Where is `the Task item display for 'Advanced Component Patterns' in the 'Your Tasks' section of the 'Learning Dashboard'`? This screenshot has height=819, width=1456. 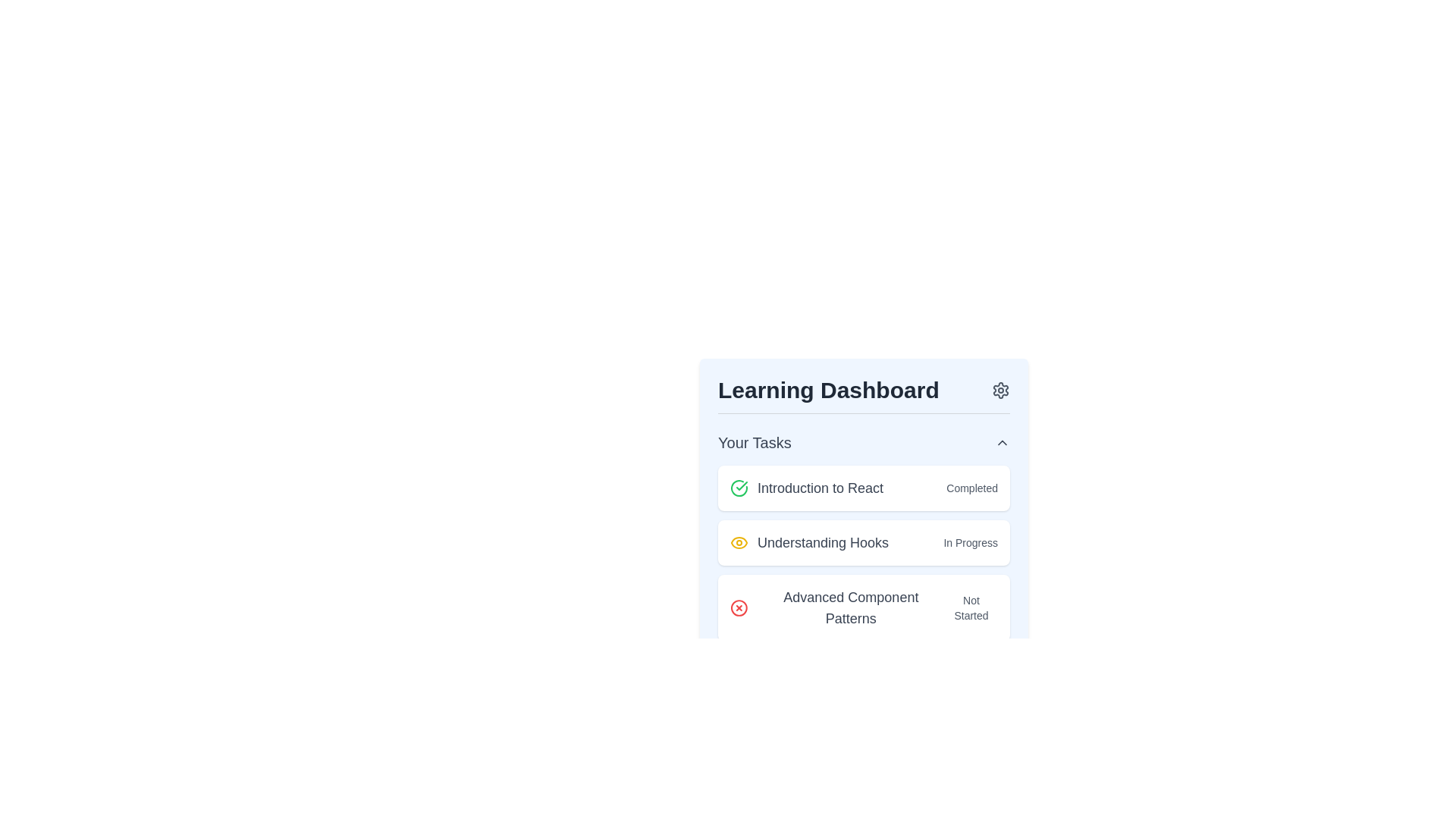 the Task item display for 'Advanced Component Patterns' in the 'Your Tasks' section of the 'Learning Dashboard' is located at coordinates (836, 607).